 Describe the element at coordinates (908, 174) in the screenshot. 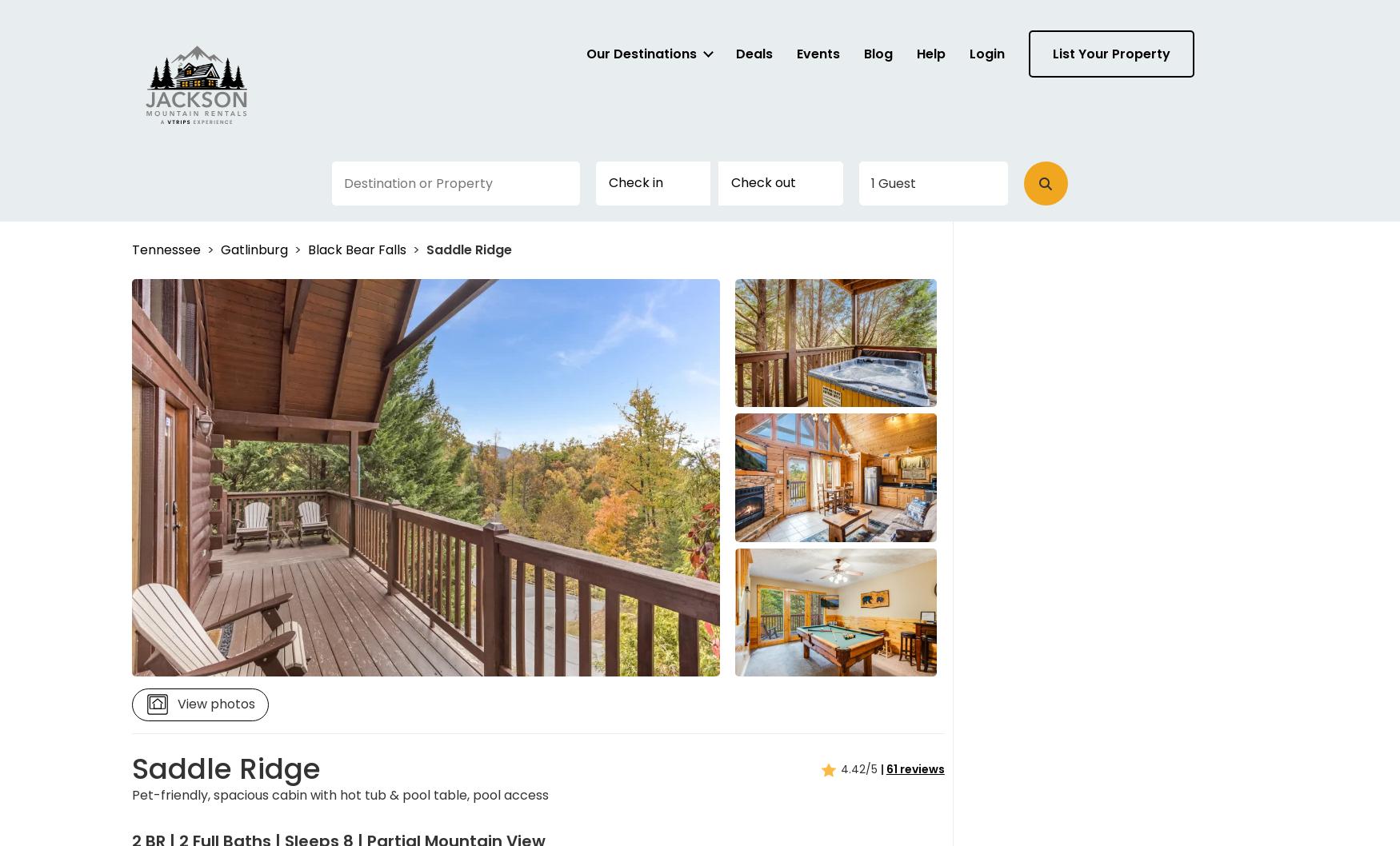

I see `'06/23/2023'` at that location.